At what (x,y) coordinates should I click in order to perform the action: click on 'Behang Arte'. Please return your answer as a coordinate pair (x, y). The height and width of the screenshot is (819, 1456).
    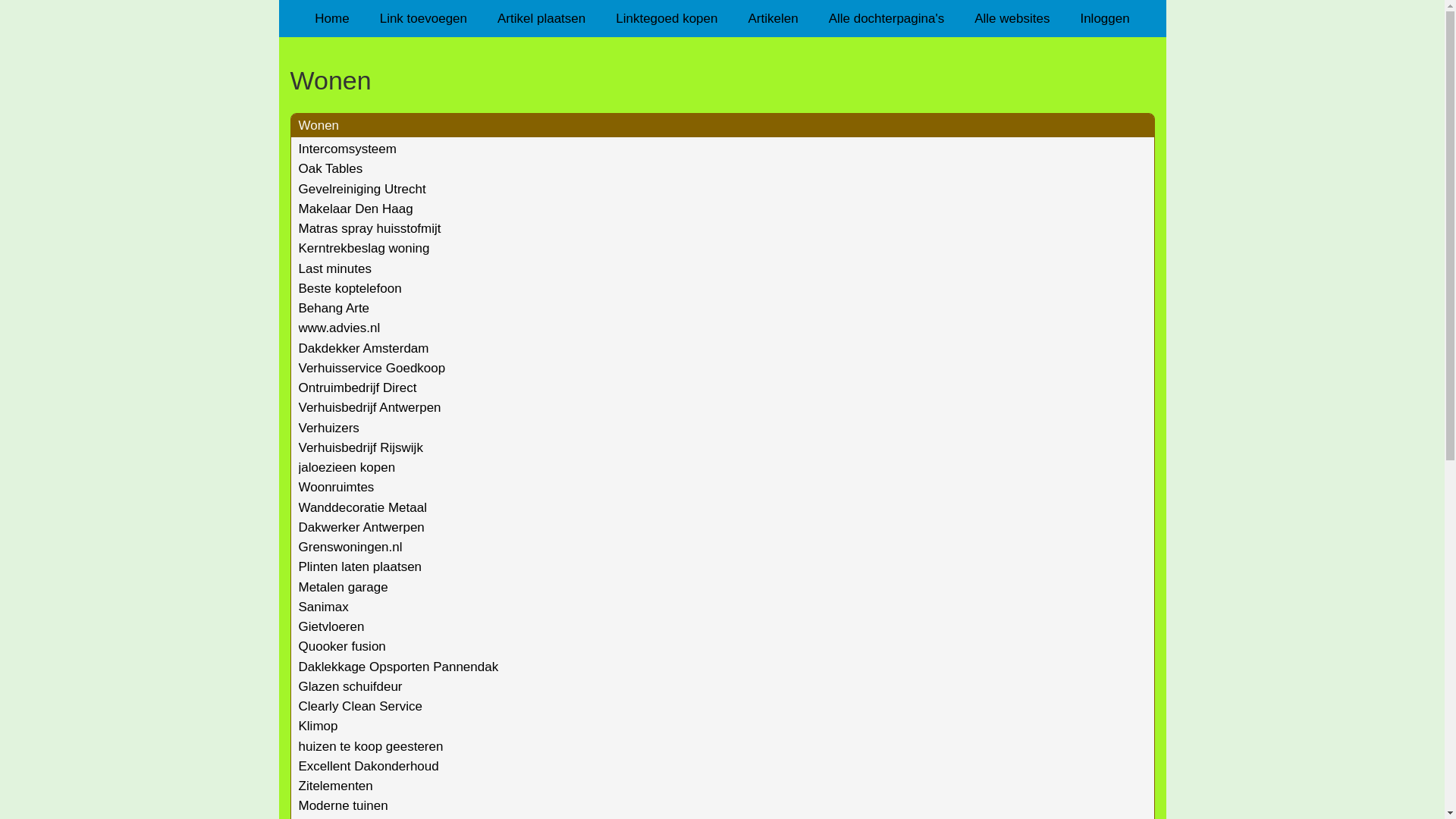
    Looking at the image, I should click on (334, 307).